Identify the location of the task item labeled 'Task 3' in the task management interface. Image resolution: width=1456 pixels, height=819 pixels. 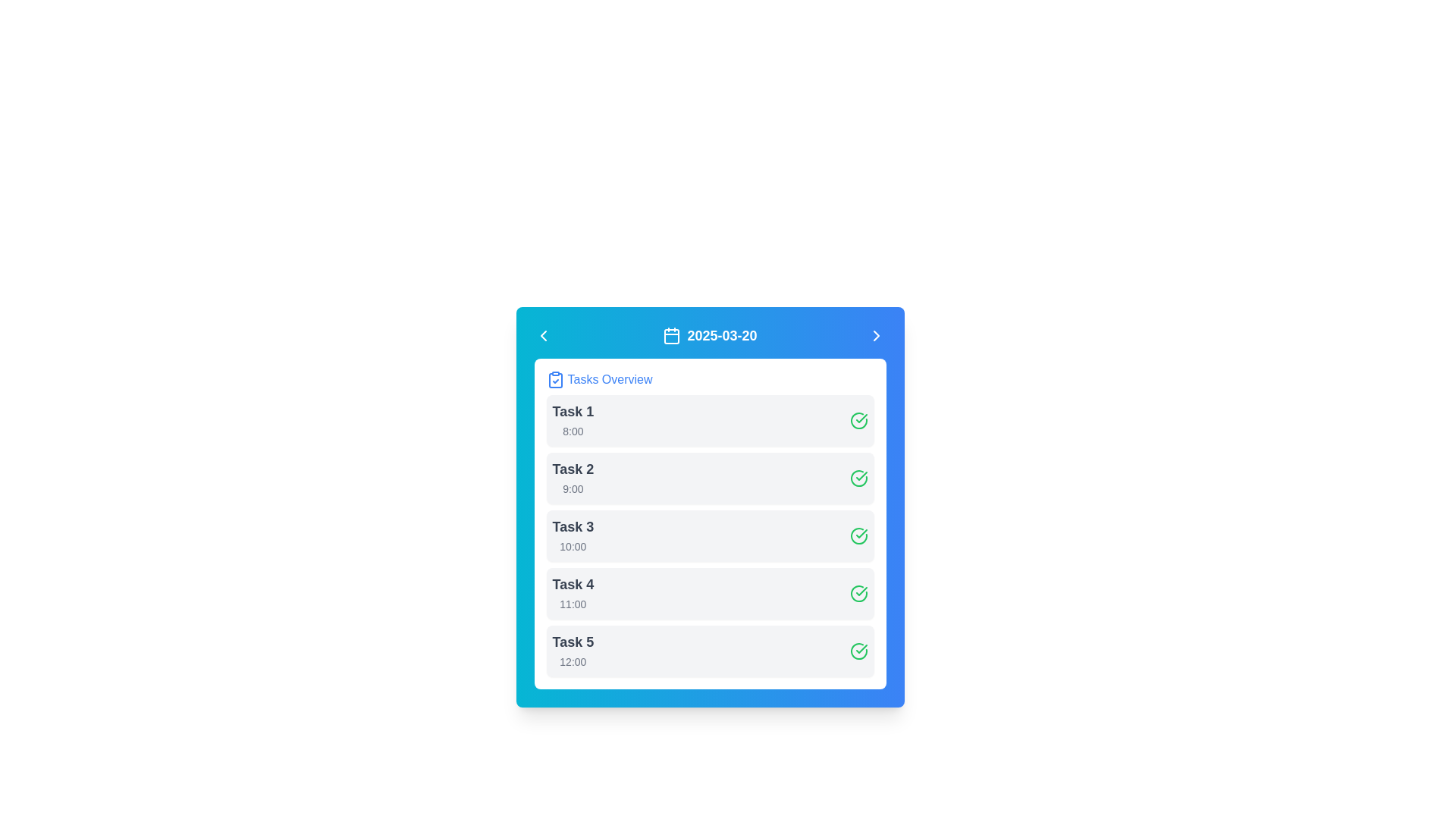
(709, 535).